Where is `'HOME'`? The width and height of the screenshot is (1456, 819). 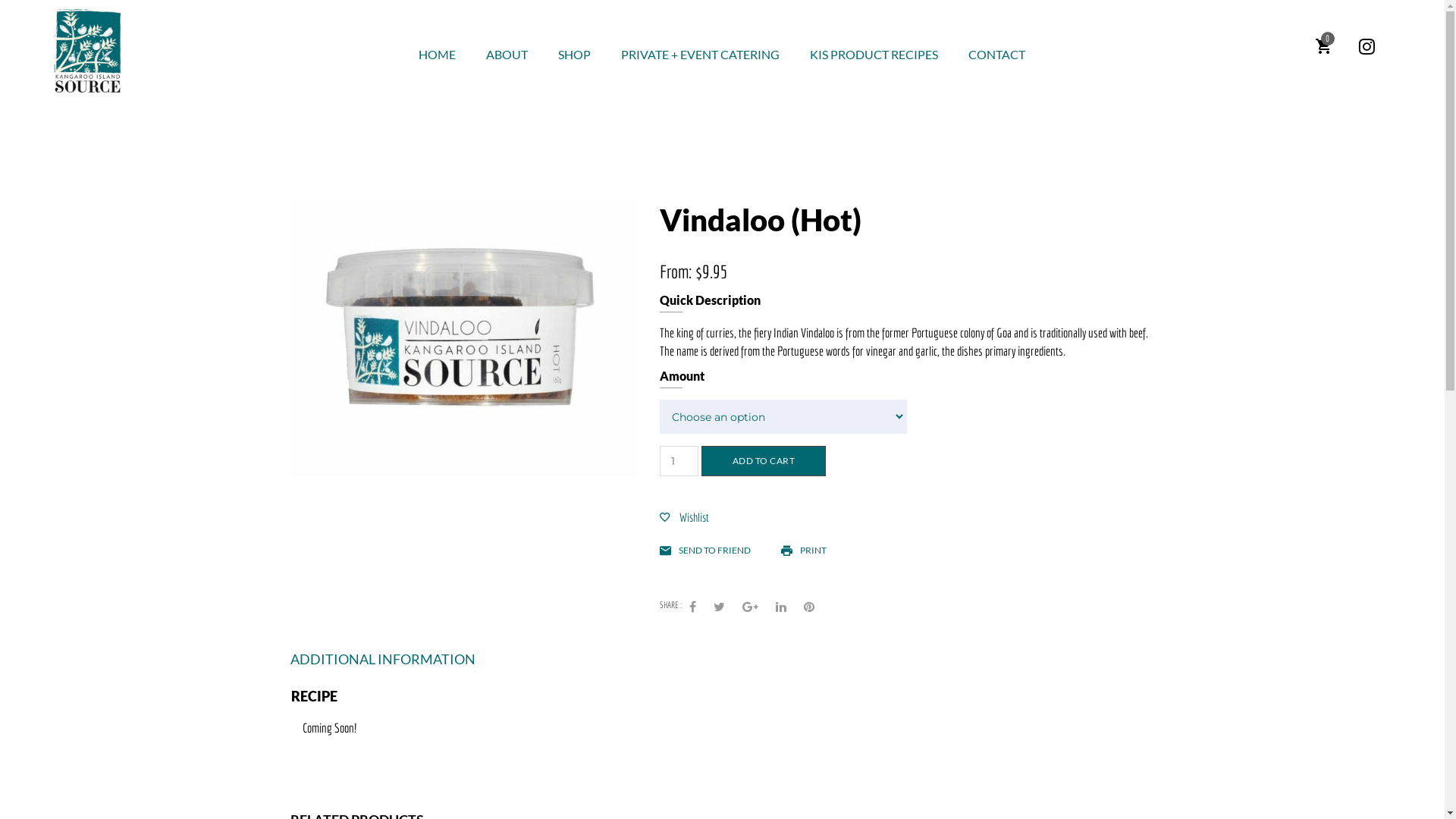 'HOME' is located at coordinates (436, 54).